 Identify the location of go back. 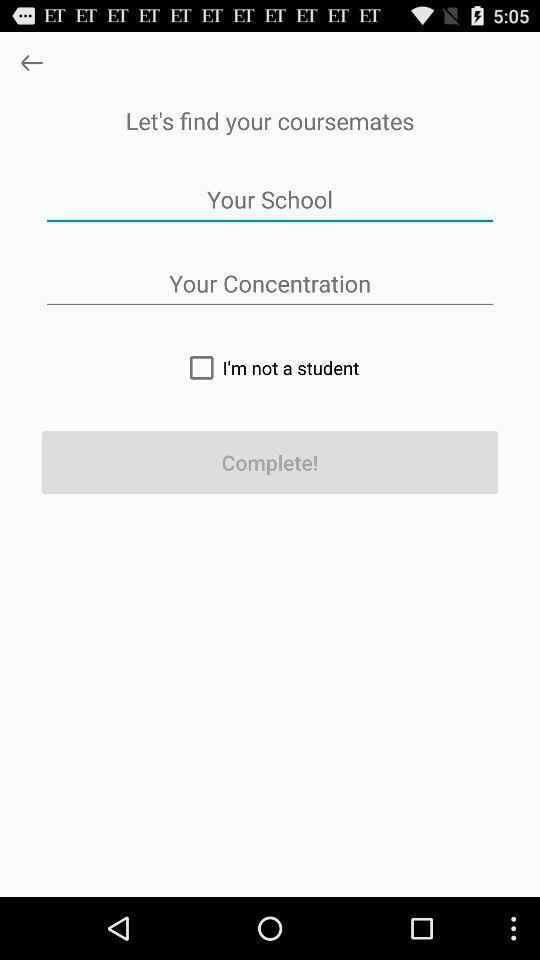
(30, 62).